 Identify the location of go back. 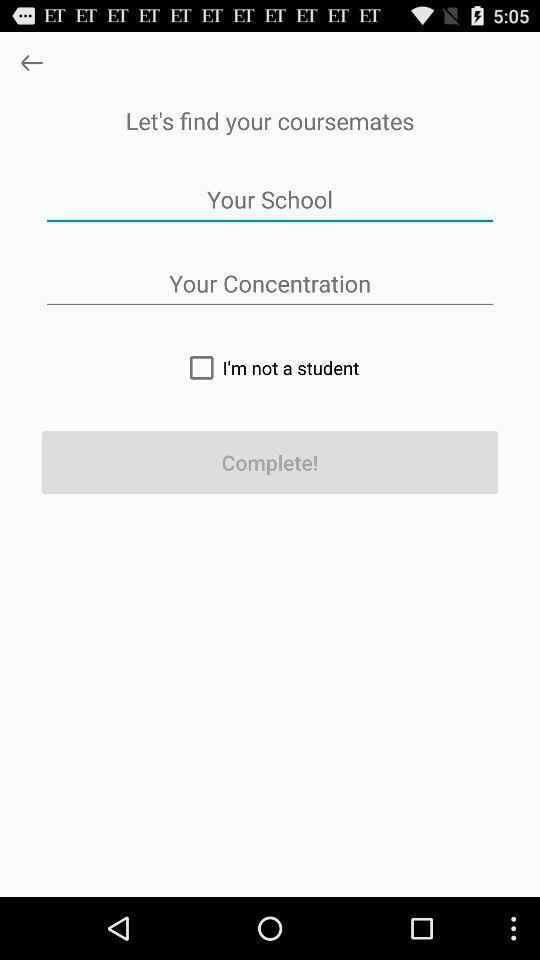
(30, 62).